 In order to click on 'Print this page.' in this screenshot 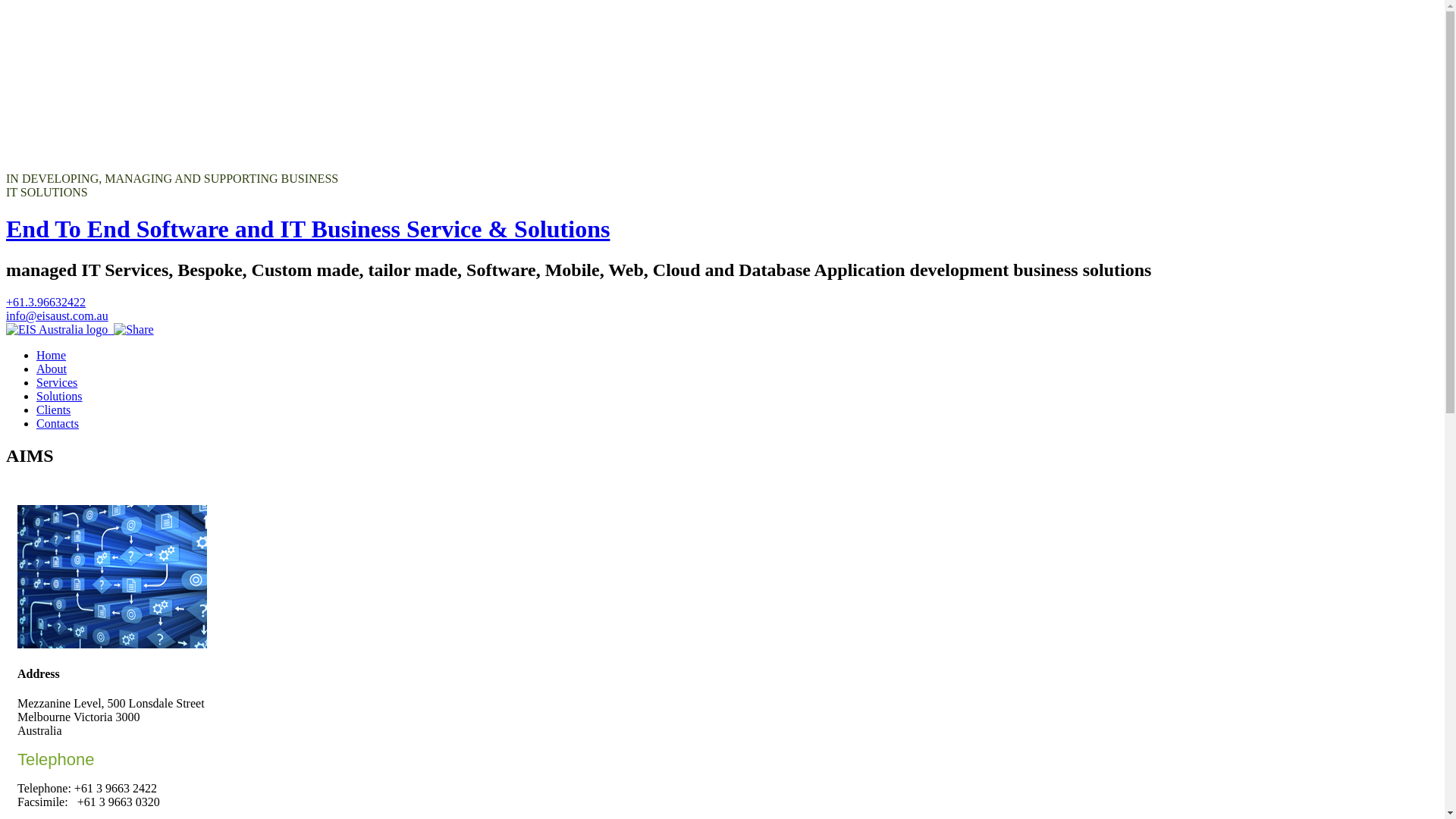, I will do `click(109, 328)`.